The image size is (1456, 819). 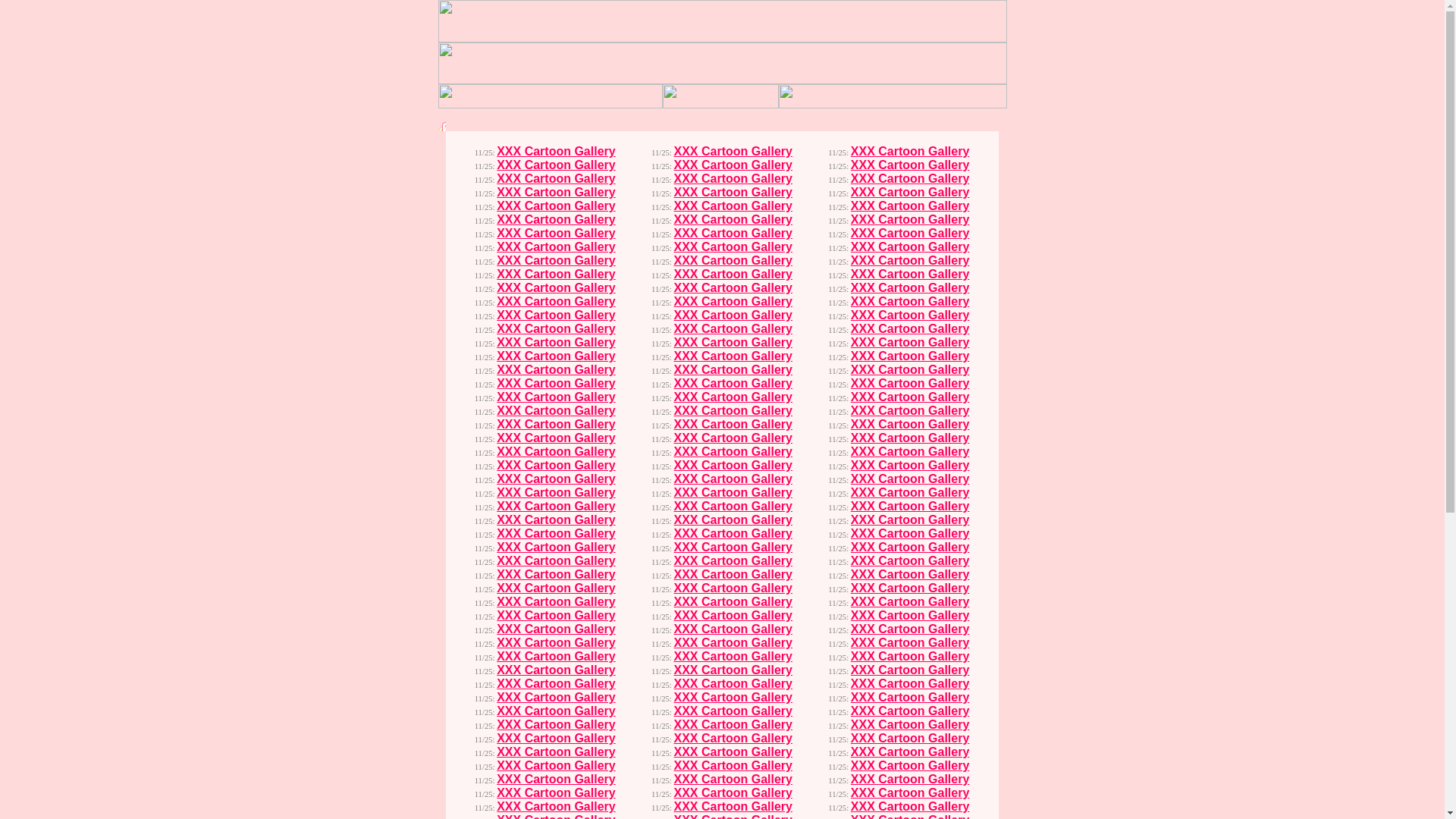 What do you see at coordinates (555, 191) in the screenshot?
I see `'XXX Cartoon Gallery'` at bounding box center [555, 191].